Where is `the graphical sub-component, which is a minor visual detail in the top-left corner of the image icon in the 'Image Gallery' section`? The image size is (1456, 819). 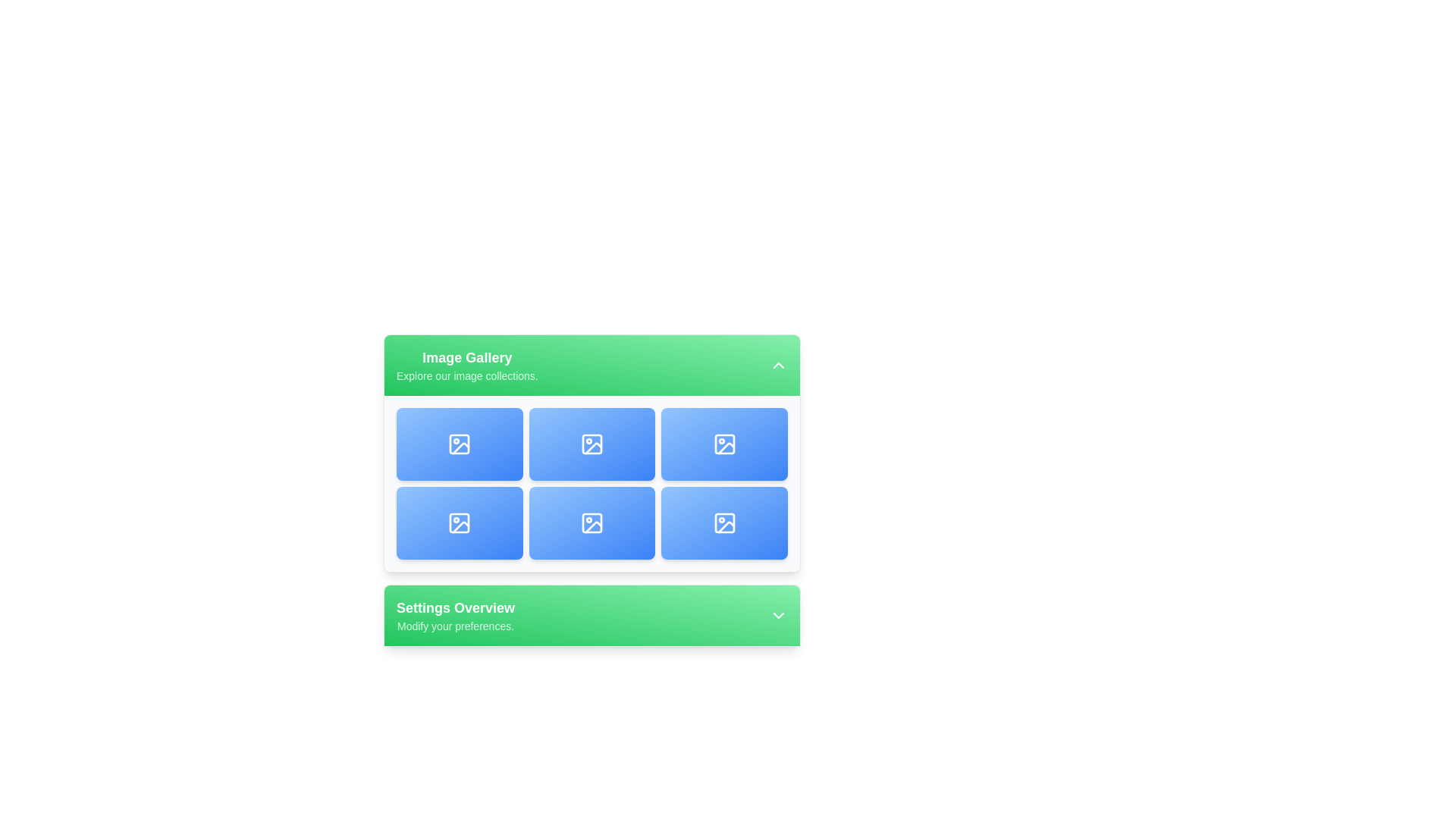 the graphical sub-component, which is a minor visual detail in the top-left corner of the image icon in the 'Image Gallery' section is located at coordinates (723, 444).